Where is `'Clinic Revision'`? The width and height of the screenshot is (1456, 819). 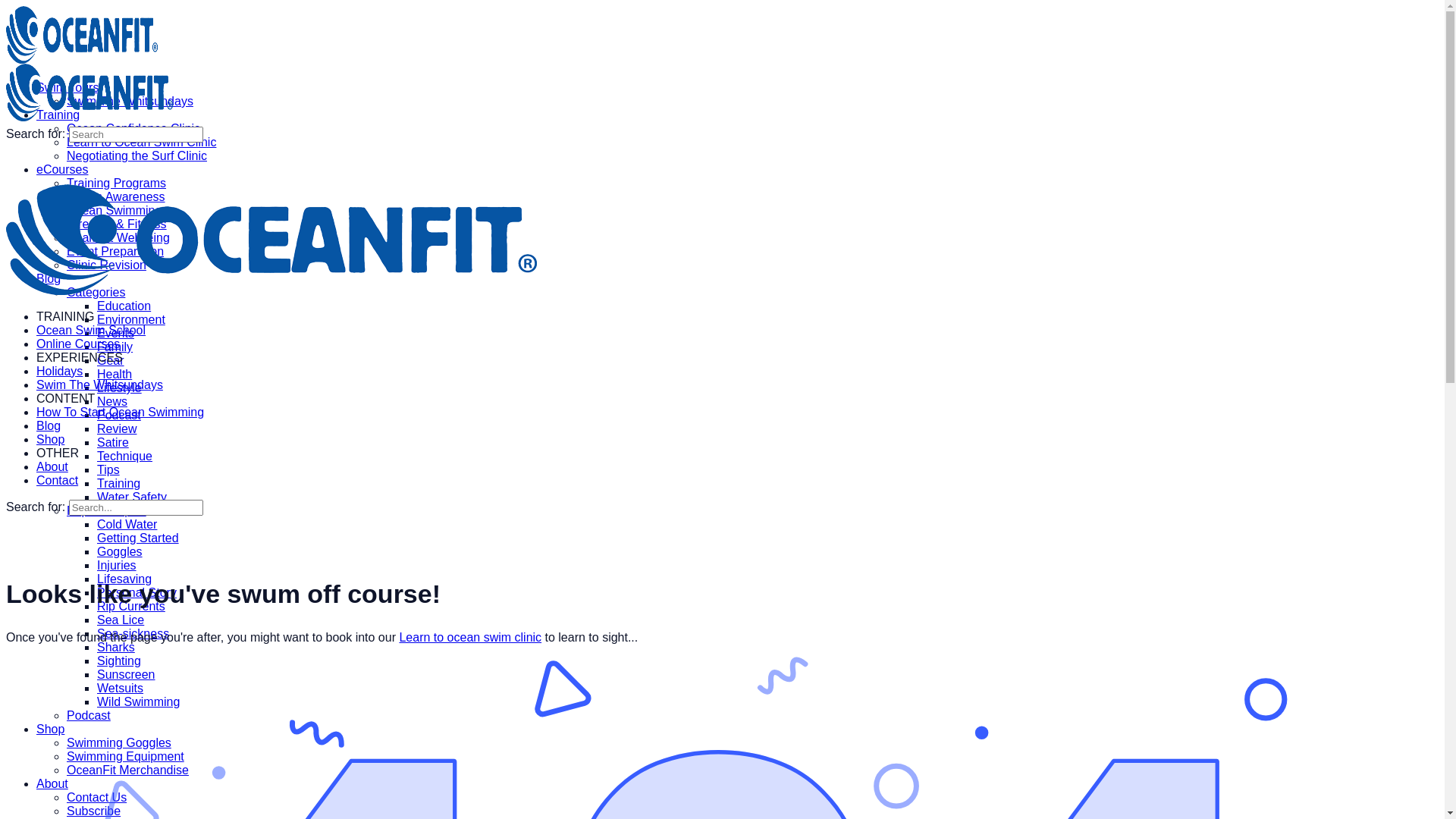
'Clinic Revision' is located at coordinates (105, 264).